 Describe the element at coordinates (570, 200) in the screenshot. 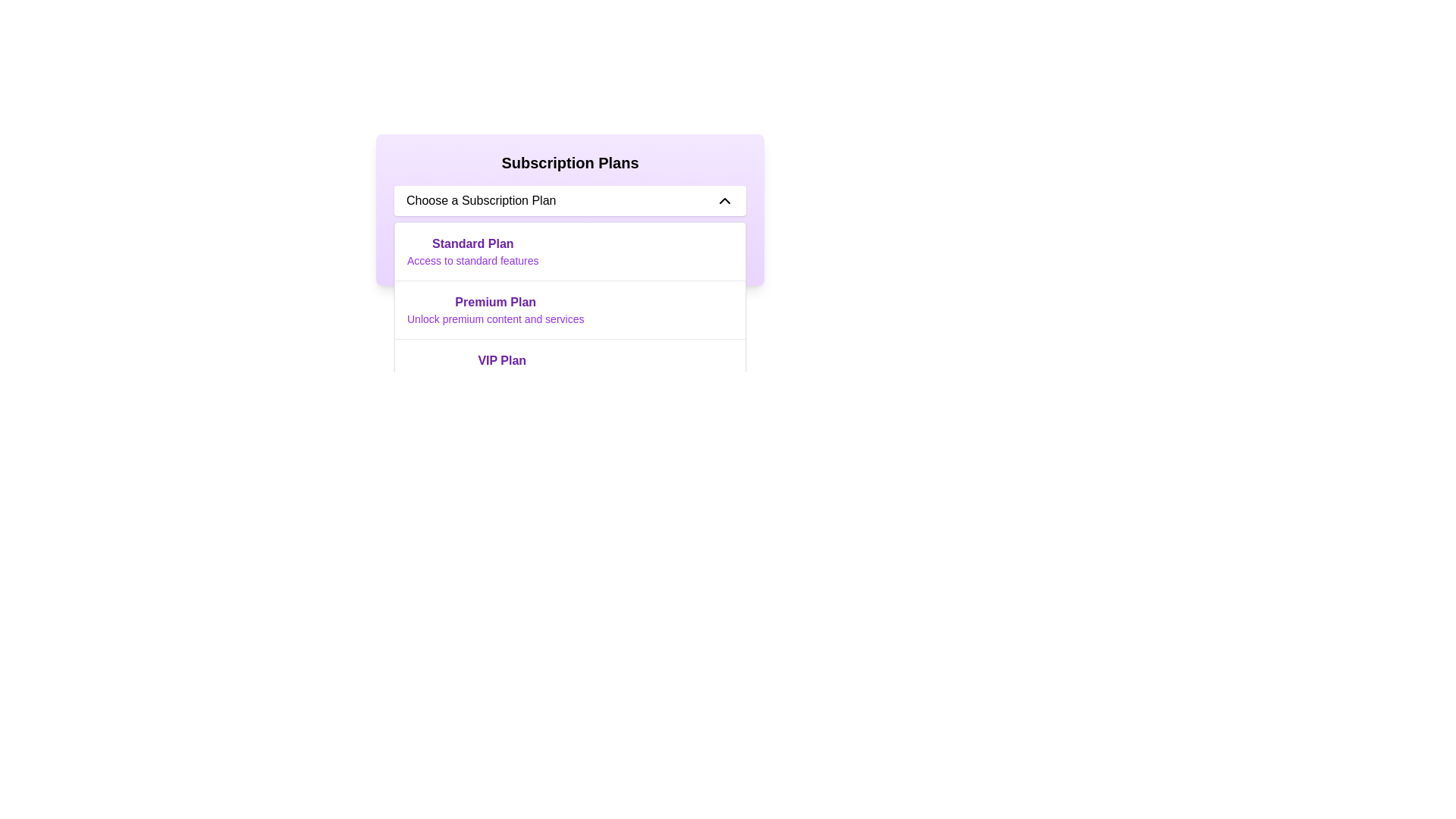

I see `the dropdown button labeled 'Choose a Subscription Plan'` at that location.